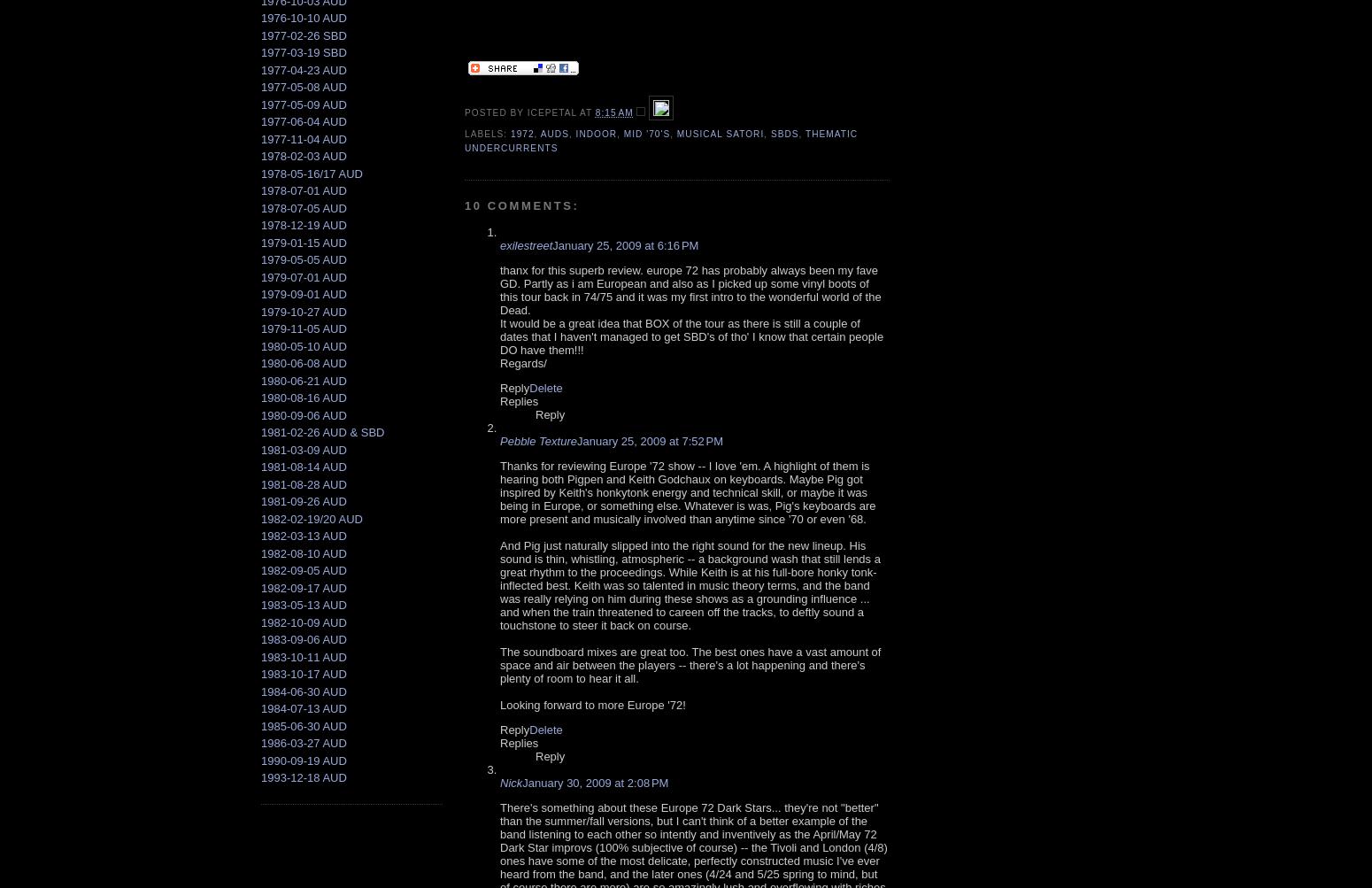  I want to click on '1981-03-09 AUD', so click(303, 448).